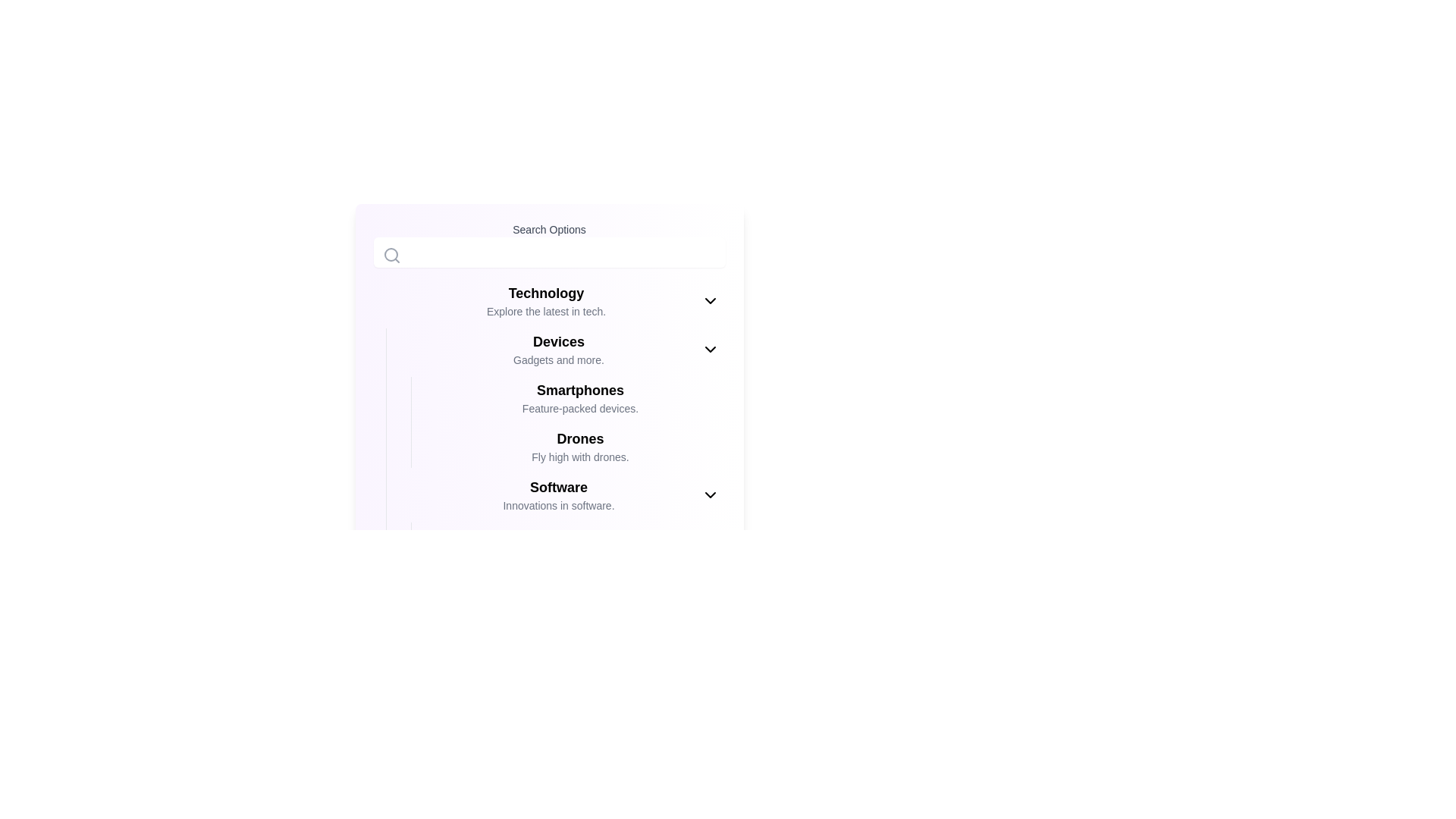  What do you see at coordinates (579, 397) in the screenshot?
I see `the 'Smartphones' navigation item, which features bold text for the heading and a description below it` at bounding box center [579, 397].